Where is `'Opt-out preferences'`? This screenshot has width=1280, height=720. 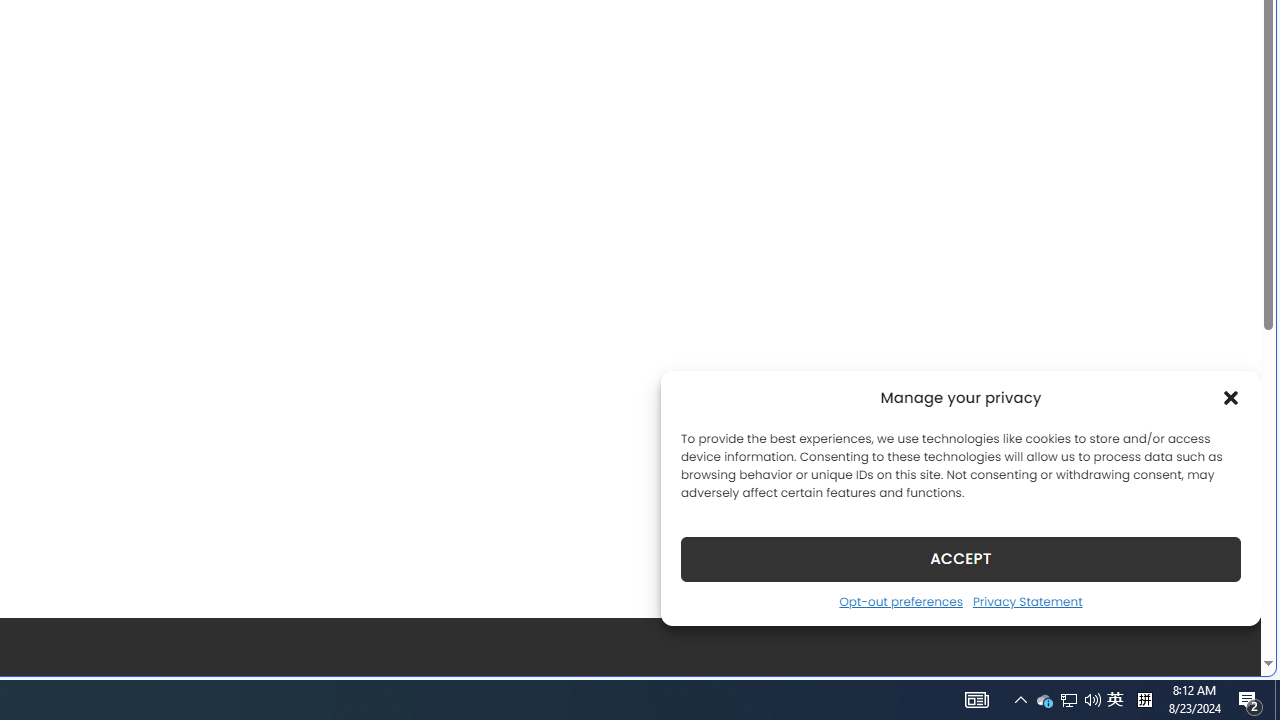
'Opt-out preferences' is located at coordinates (899, 600).